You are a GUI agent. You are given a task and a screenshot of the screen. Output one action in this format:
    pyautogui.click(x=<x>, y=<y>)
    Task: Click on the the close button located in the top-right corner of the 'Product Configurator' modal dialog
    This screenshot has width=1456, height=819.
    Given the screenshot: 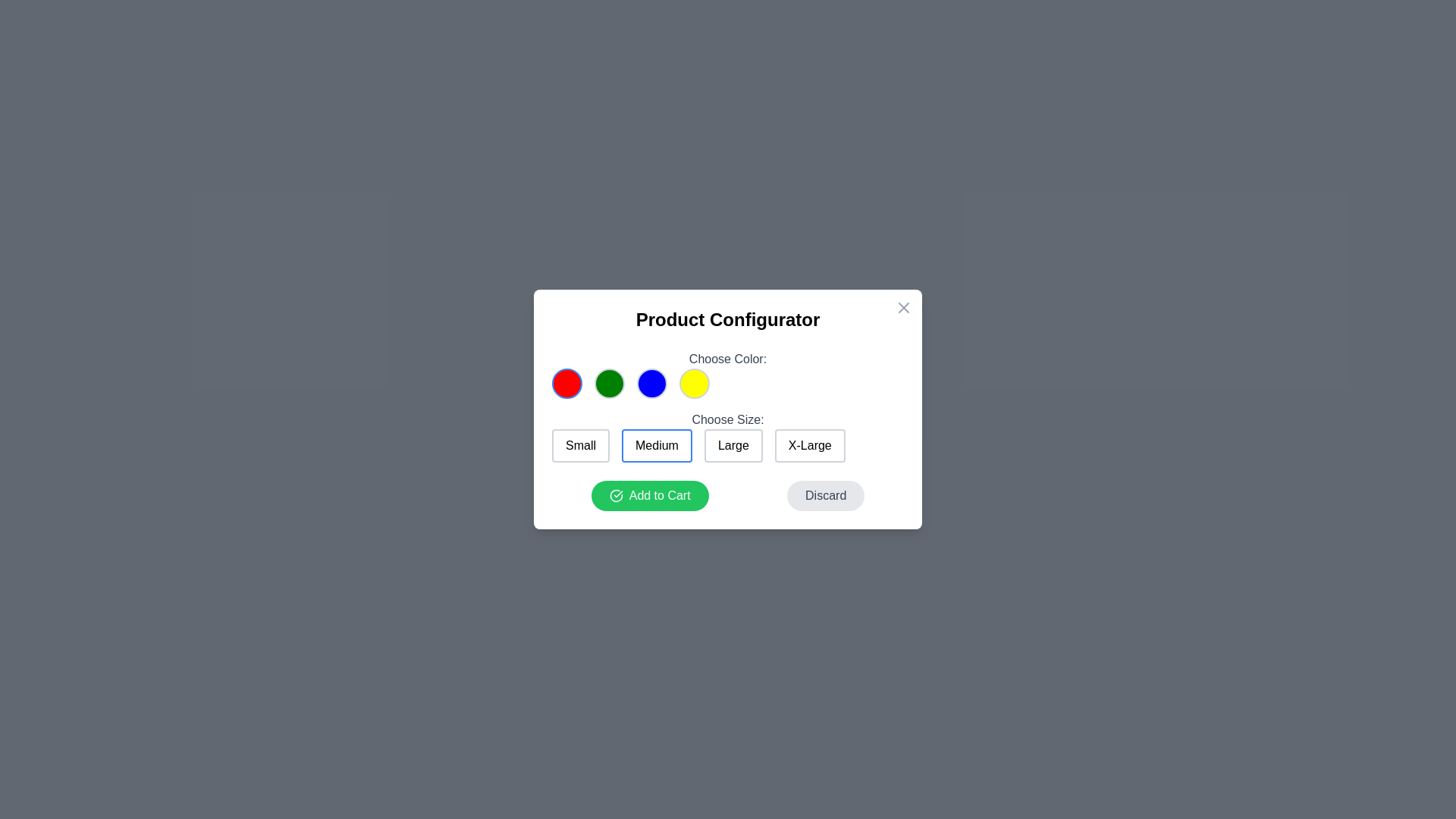 What is the action you would take?
    pyautogui.click(x=903, y=307)
    